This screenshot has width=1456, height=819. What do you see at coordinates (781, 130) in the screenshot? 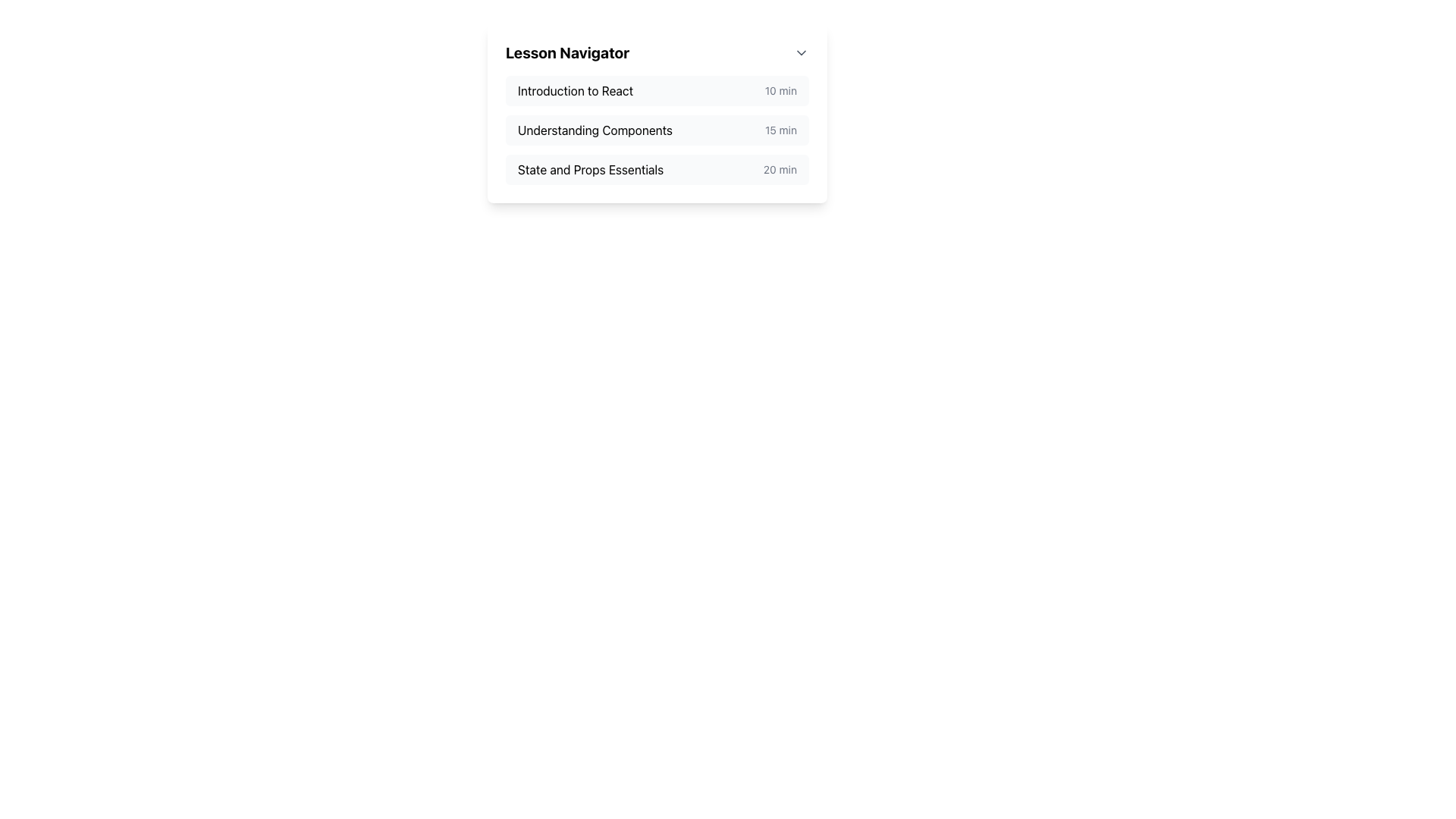
I see `the text label that indicates the duration of the lesson in the lesson navigation list, which is positioned to the right of 'Understanding Components'` at bounding box center [781, 130].